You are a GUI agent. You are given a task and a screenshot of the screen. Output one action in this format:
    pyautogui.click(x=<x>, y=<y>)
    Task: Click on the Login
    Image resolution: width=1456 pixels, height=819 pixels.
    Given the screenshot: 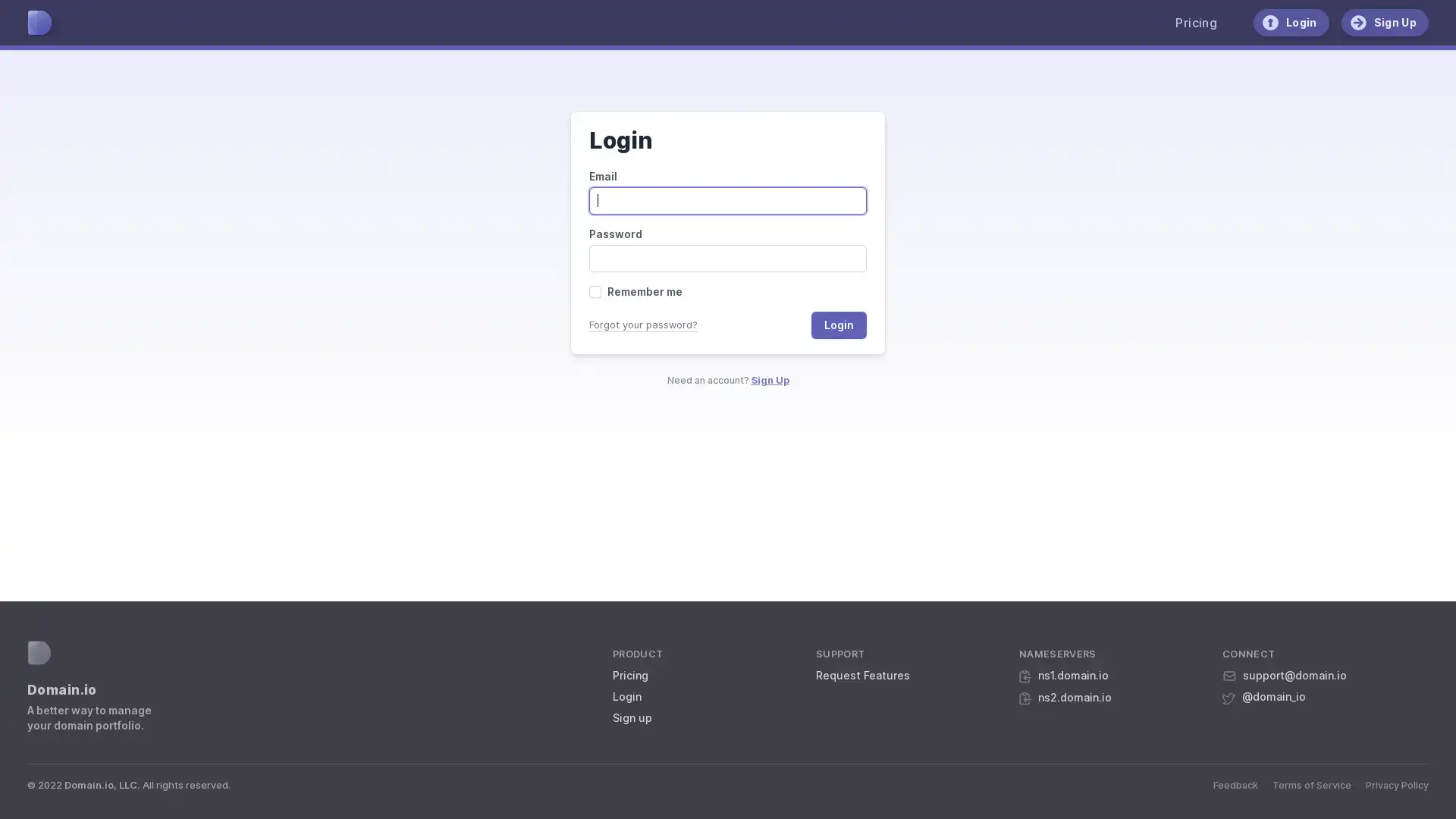 What is the action you would take?
    pyautogui.click(x=838, y=324)
    